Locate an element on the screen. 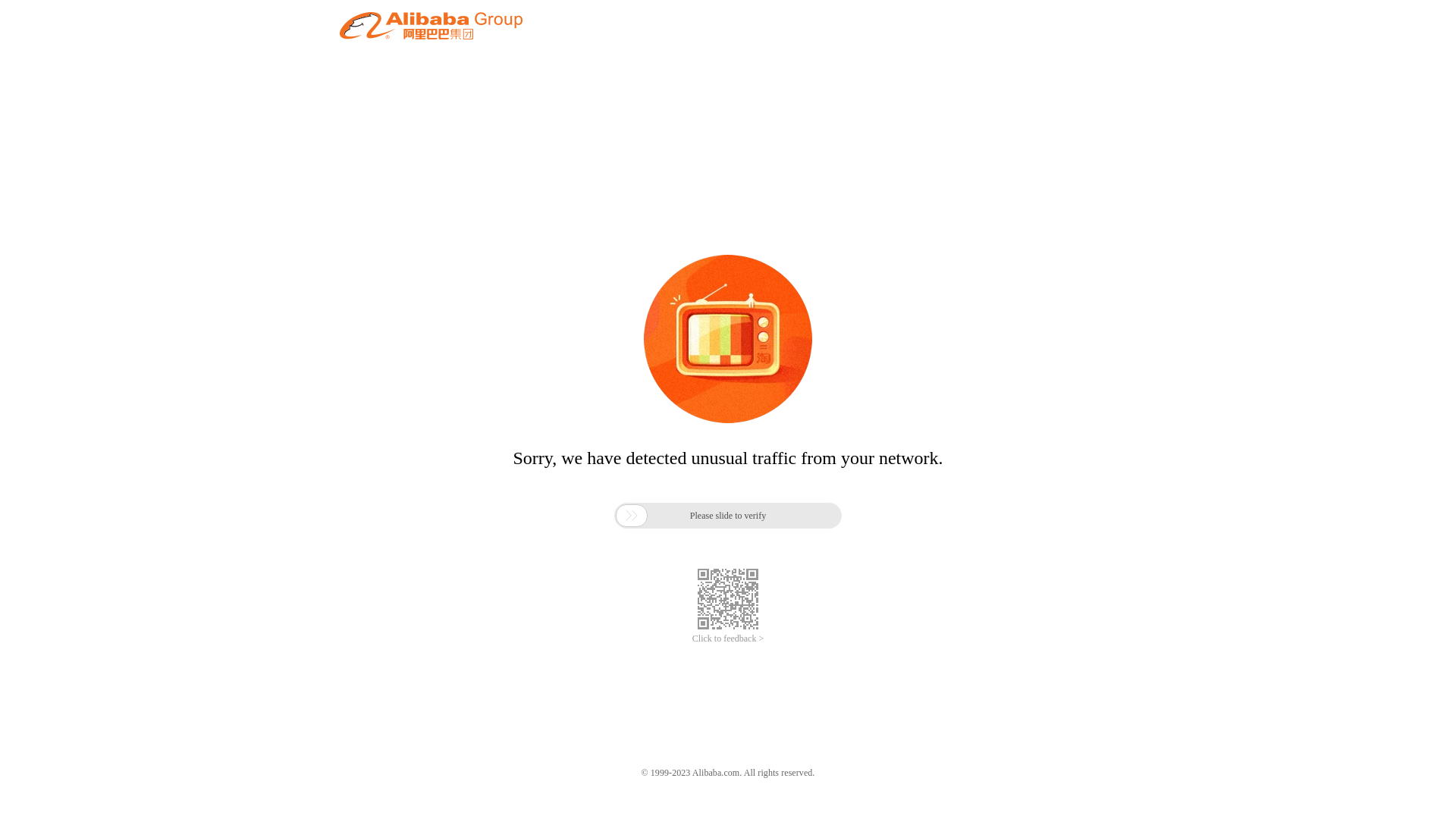 The height and width of the screenshot is (819, 1456). 'Click to feedback >' is located at coordinates (691, 639).